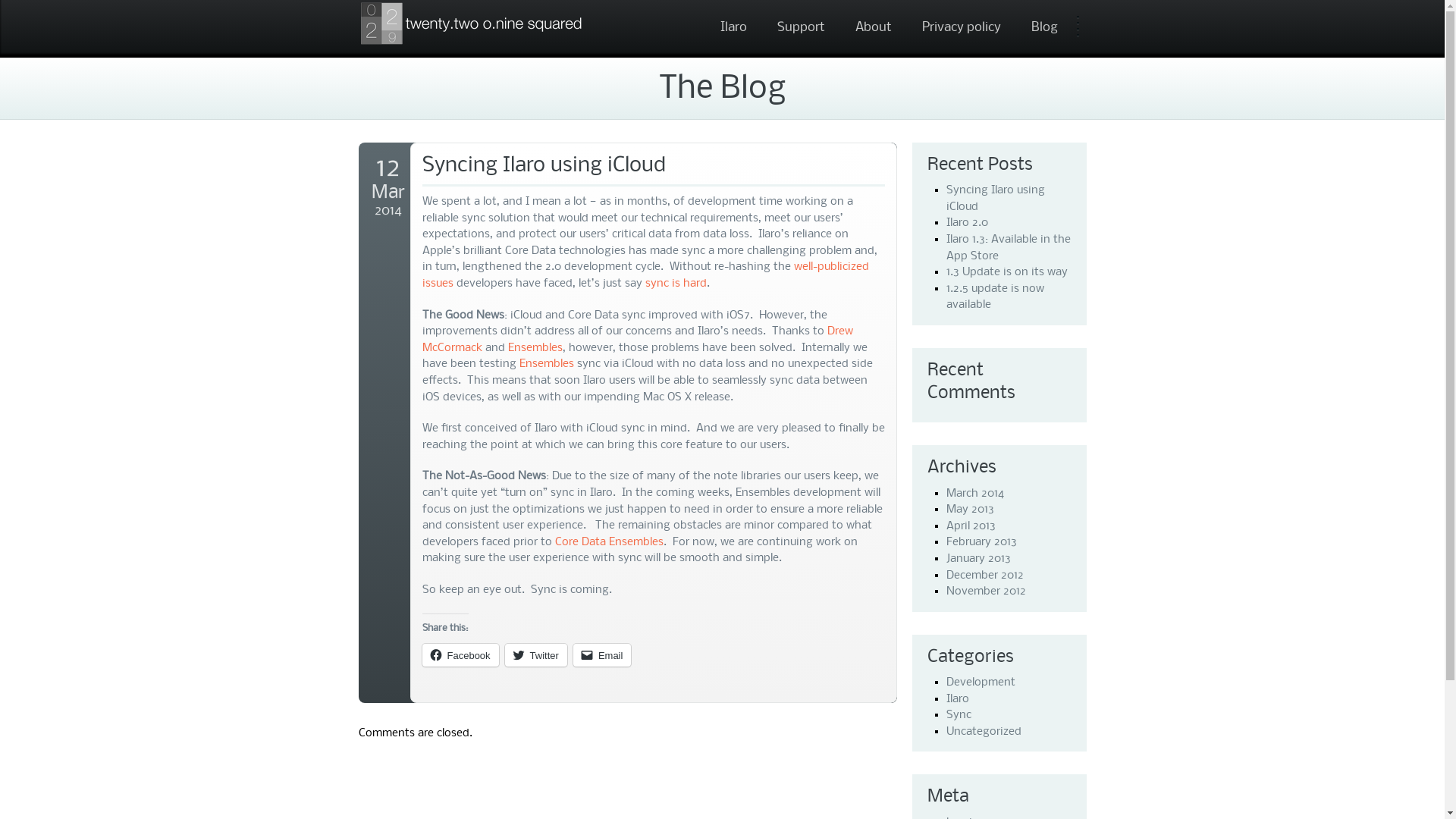  What do you see at coordinates (985, 576) in the screenshot?
I see `'December 2012'` at bounding box center [985, 576].